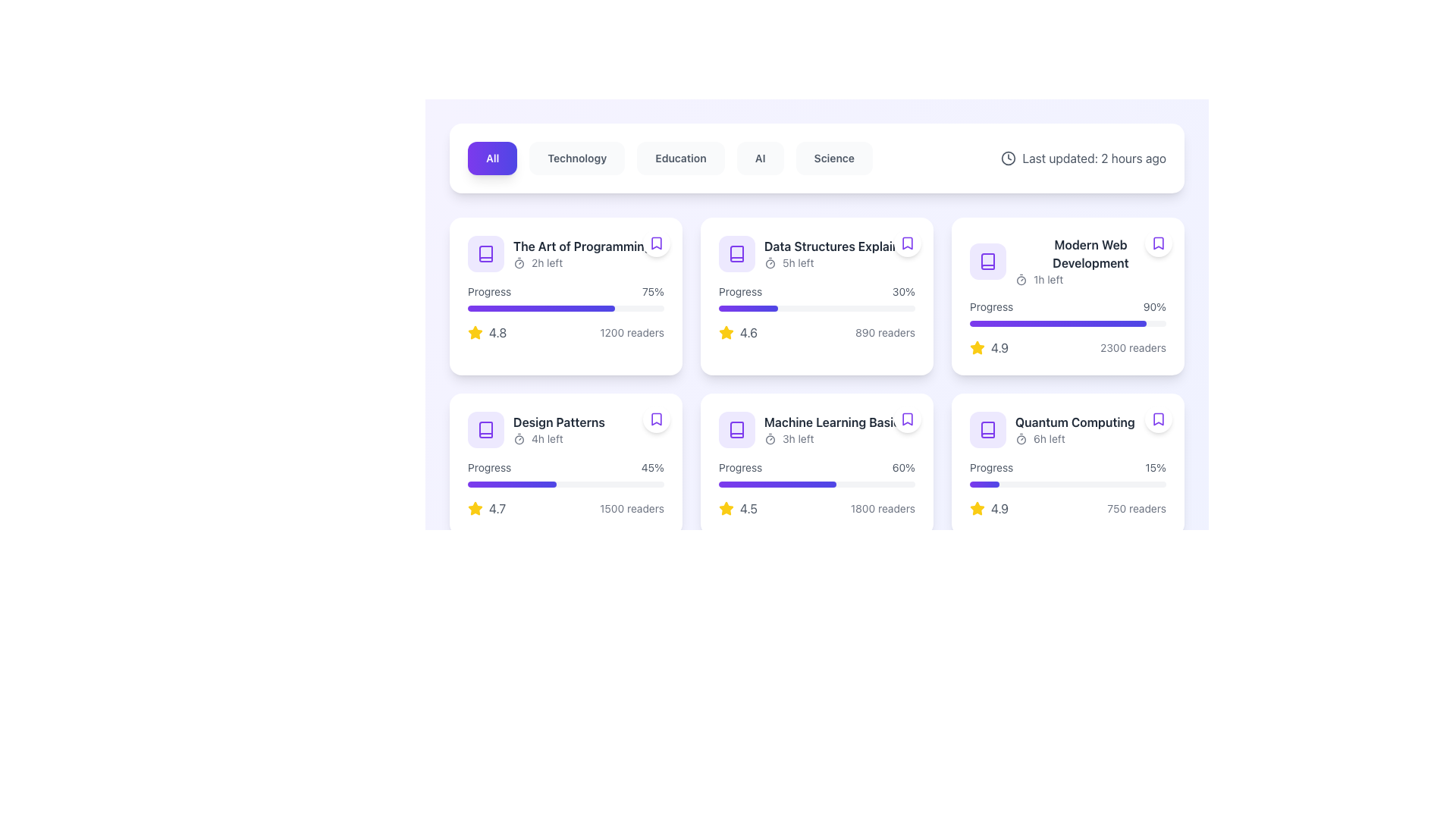 Image resolution: width=1456 pixels, height=819 pixels. Describe the element at coordinates (1074, 422) in the screenshot. I see `the text label reading 'Quantum Computing' which is styled with a bold font and dark gray color, located in the bottom row, rightmost column of a grid layout` at that location.